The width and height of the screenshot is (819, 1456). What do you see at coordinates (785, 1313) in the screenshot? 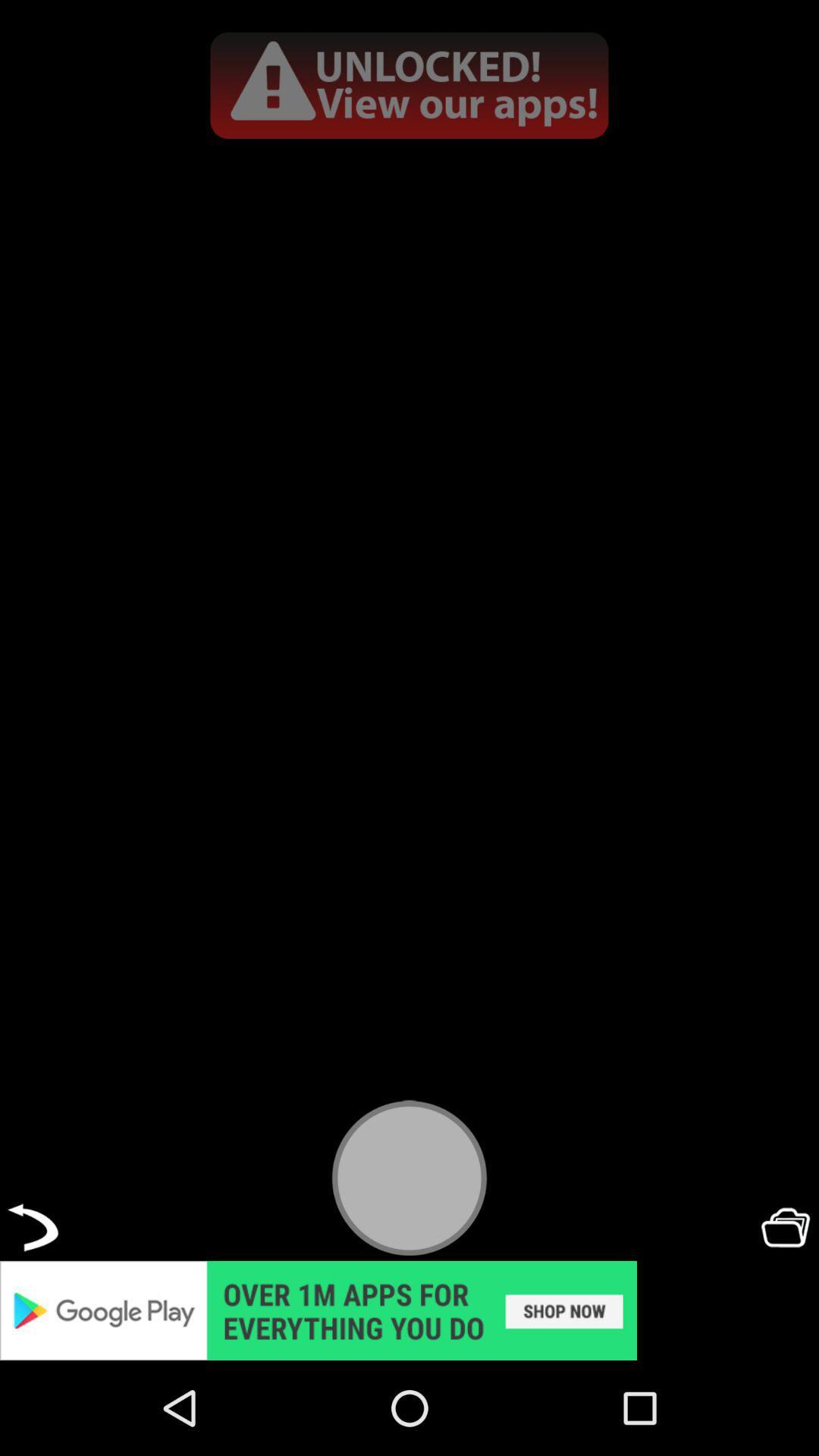
I see `the folder icon` at bounding box center [785, 1313].